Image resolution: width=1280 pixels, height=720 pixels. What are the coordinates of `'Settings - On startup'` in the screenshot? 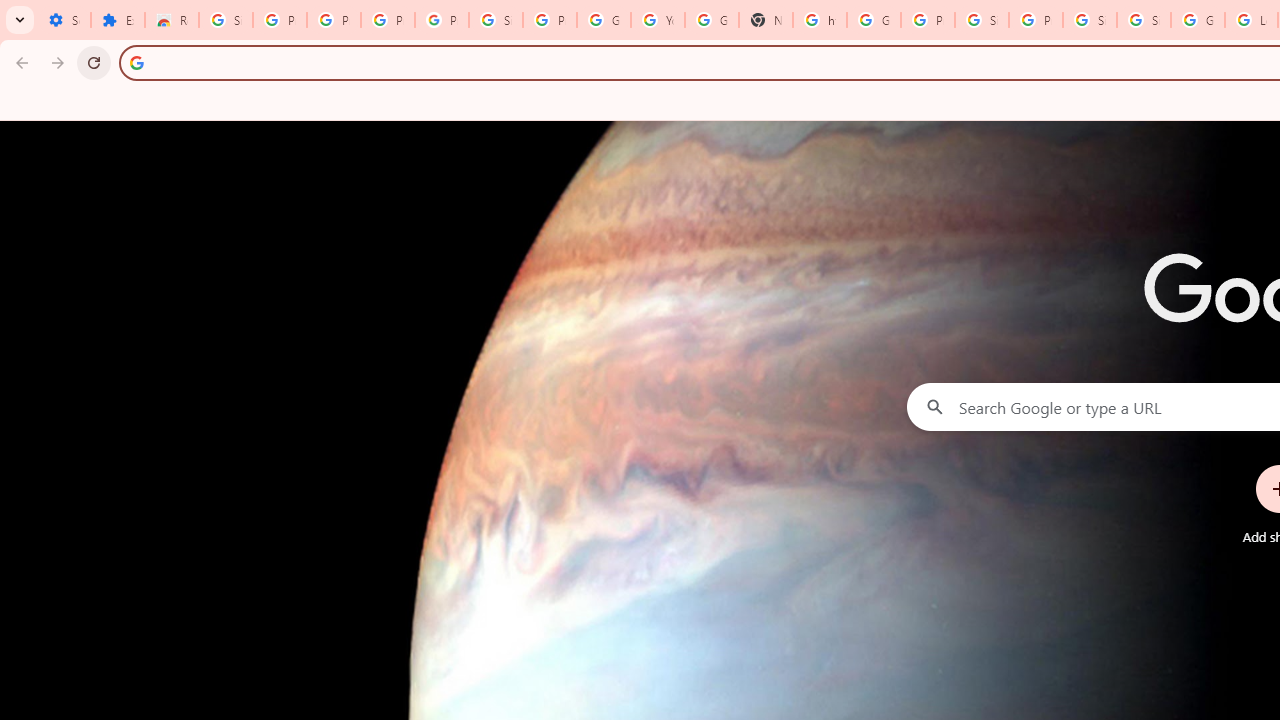 It's located at (64, 20).